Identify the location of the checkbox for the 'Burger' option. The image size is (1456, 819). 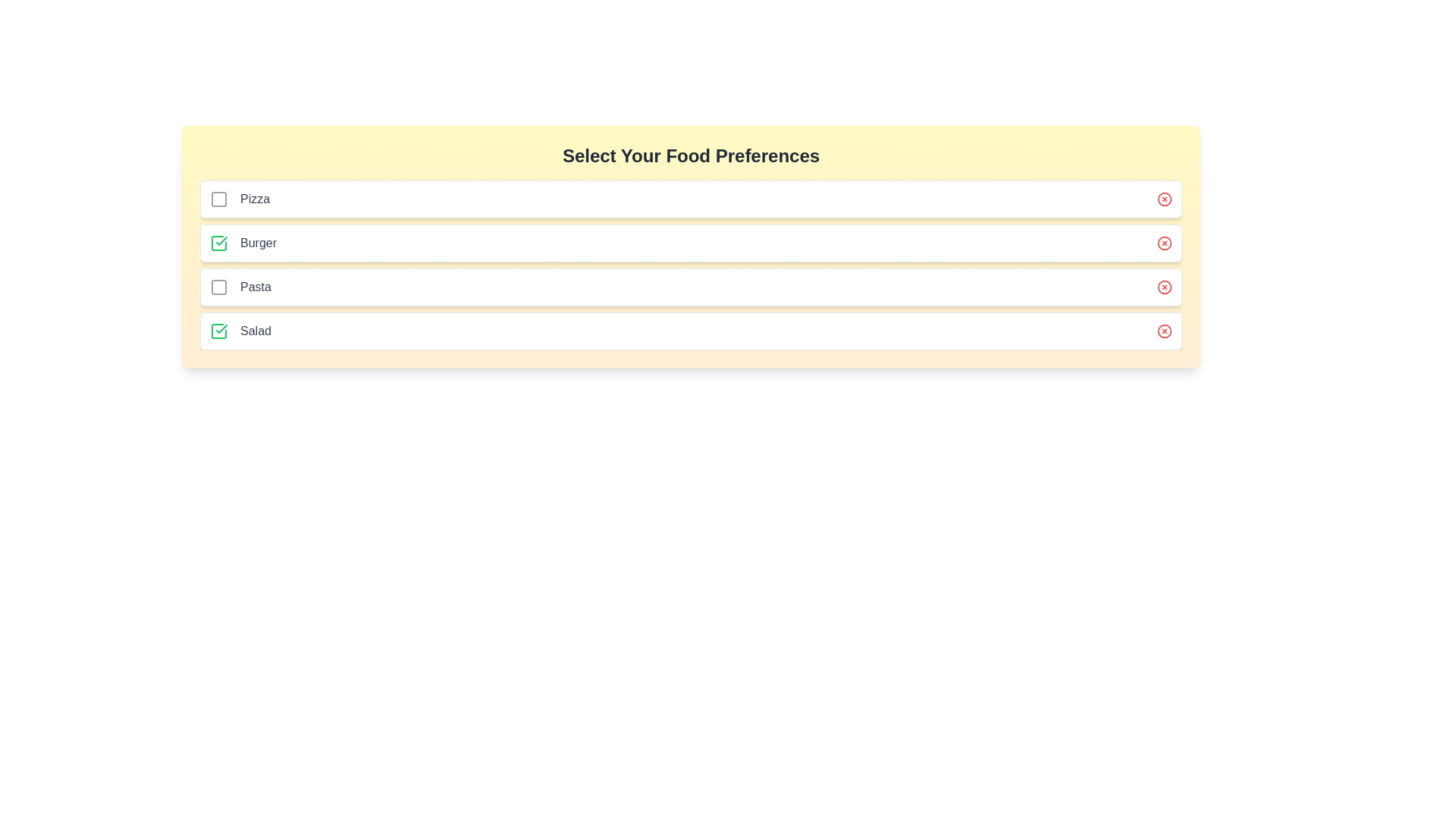
(218, 242).